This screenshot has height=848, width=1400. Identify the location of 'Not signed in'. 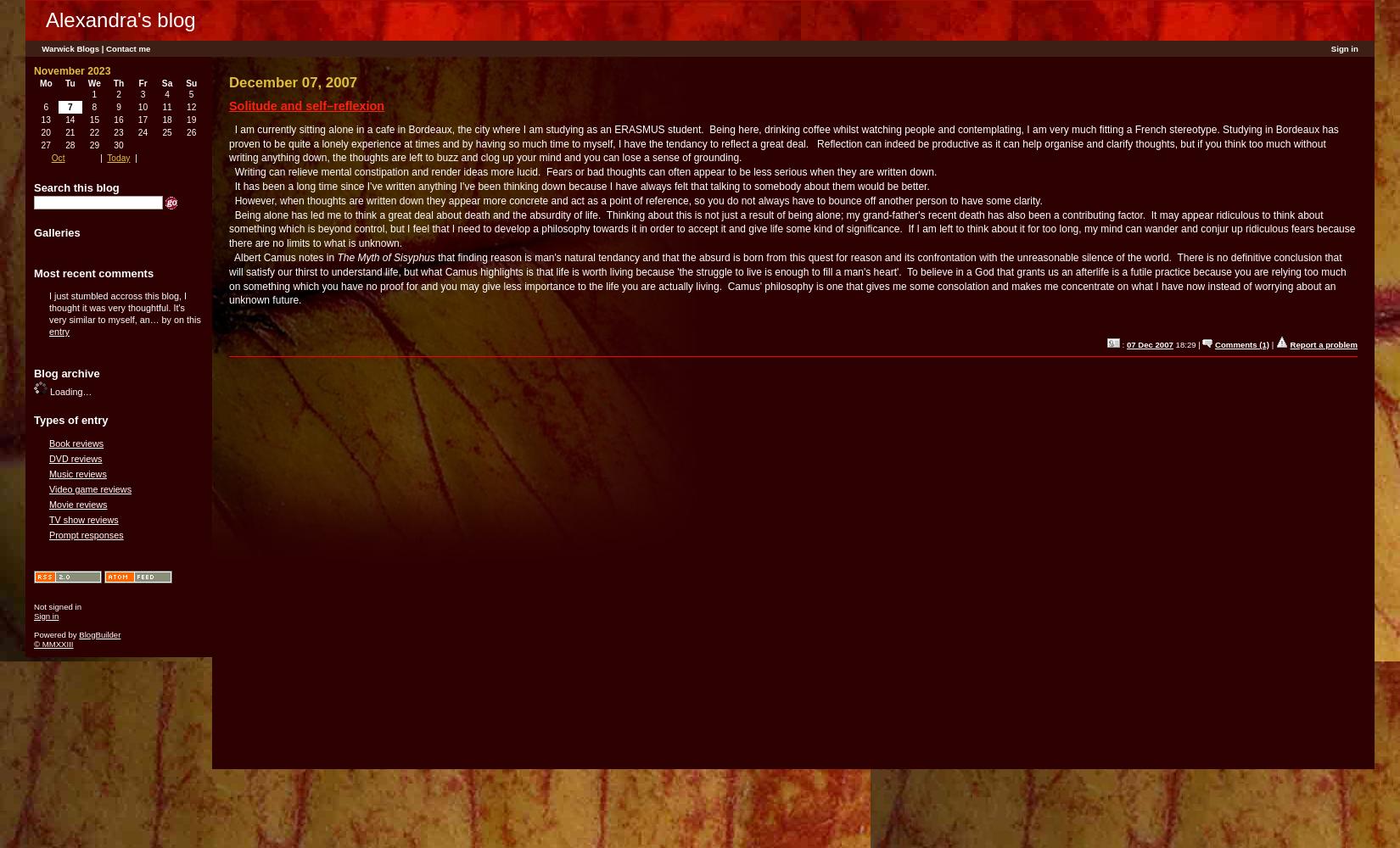
(57, 605).